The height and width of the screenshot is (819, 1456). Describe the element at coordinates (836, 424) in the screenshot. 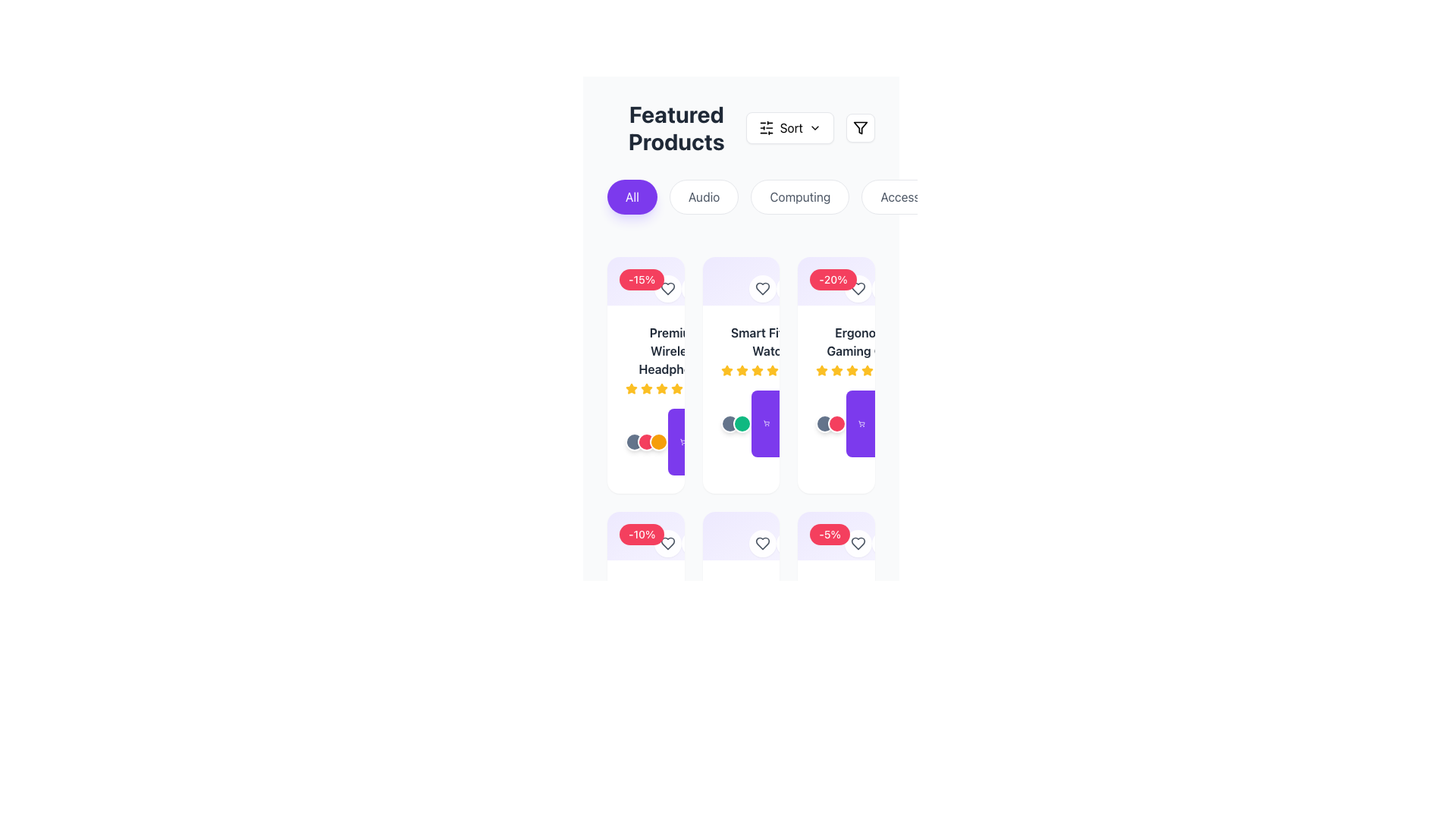

I see `the second circular interactive button with a prominent red fill color, located in a horizontal row below the product description for 'Ergonomic Gaming Chair' in the third product card` at that location.